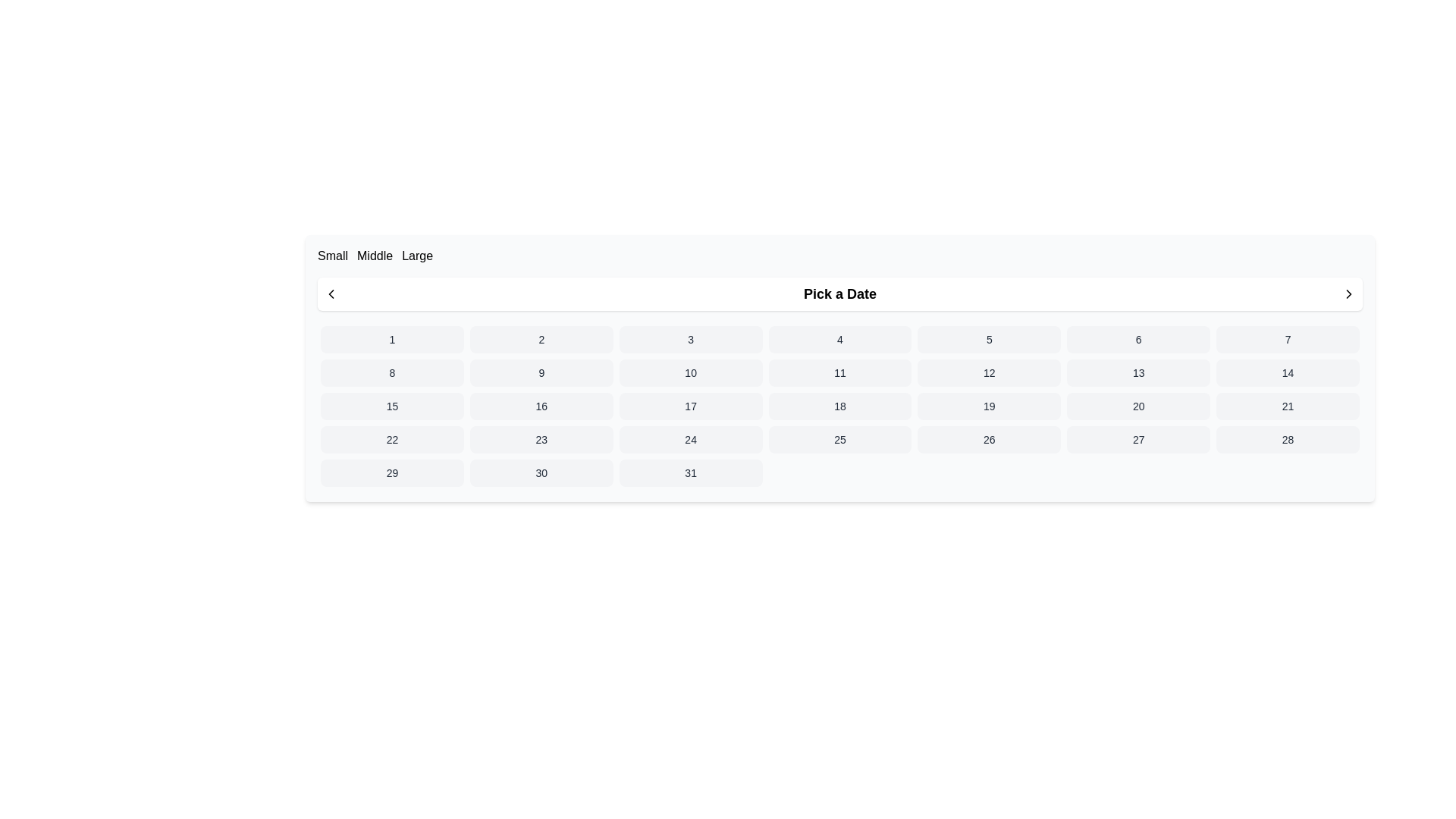 This screenshot has height=819, width=1456. I want to click on the rectangular button displaying the number '3', which is located in the top row and third column of a grid layout, so click(690, 338).